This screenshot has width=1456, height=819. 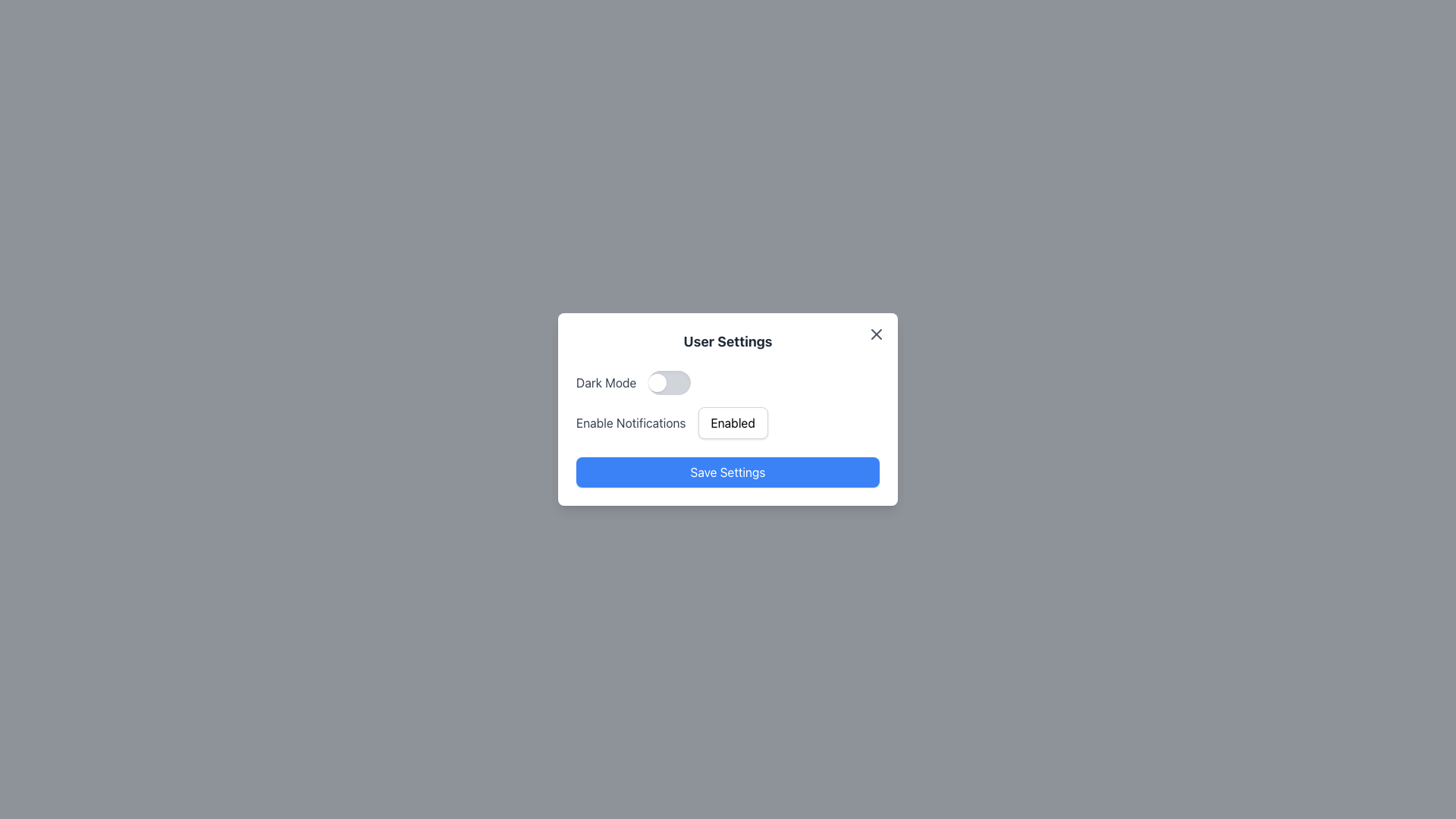 I want to click on the toggle switch at the top of the settings options to change its state for enabling or disabling the dark mode feature, so click(x=728, y=382).